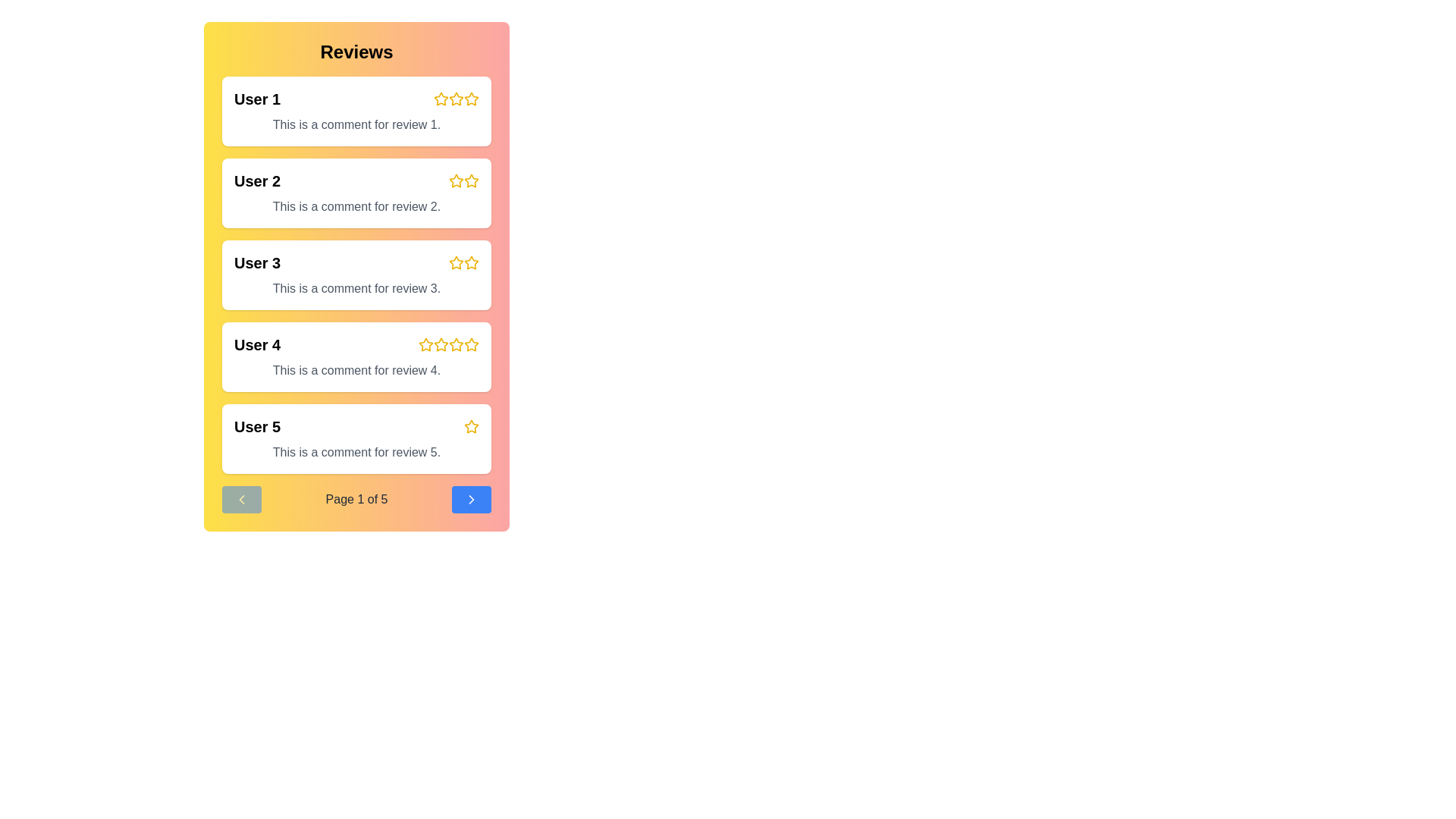 The width and height of the screenshot is (1456, 819). I want to click on the chevron icon located within the blue button at the bottom right corner of the layout, so click(470, 500).